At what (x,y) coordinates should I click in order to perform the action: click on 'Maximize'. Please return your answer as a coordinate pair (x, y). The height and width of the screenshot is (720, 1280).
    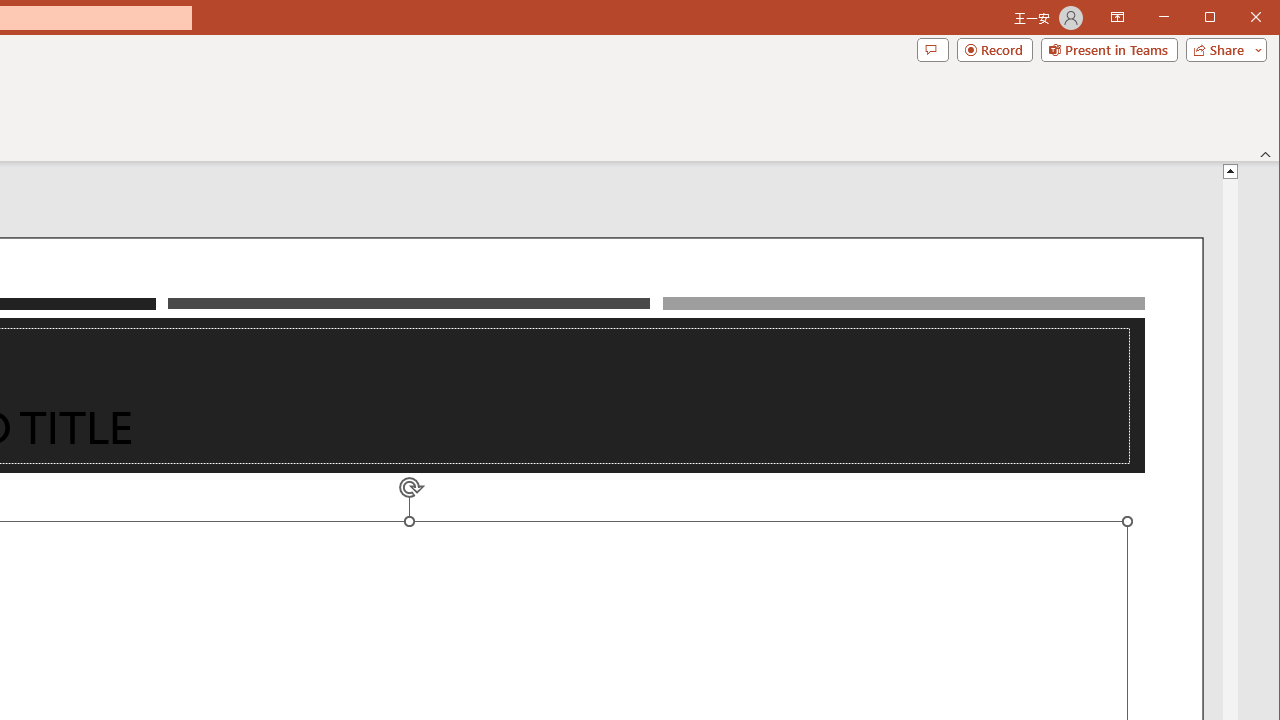
    Looking at the image, I should click on (1238, 19).